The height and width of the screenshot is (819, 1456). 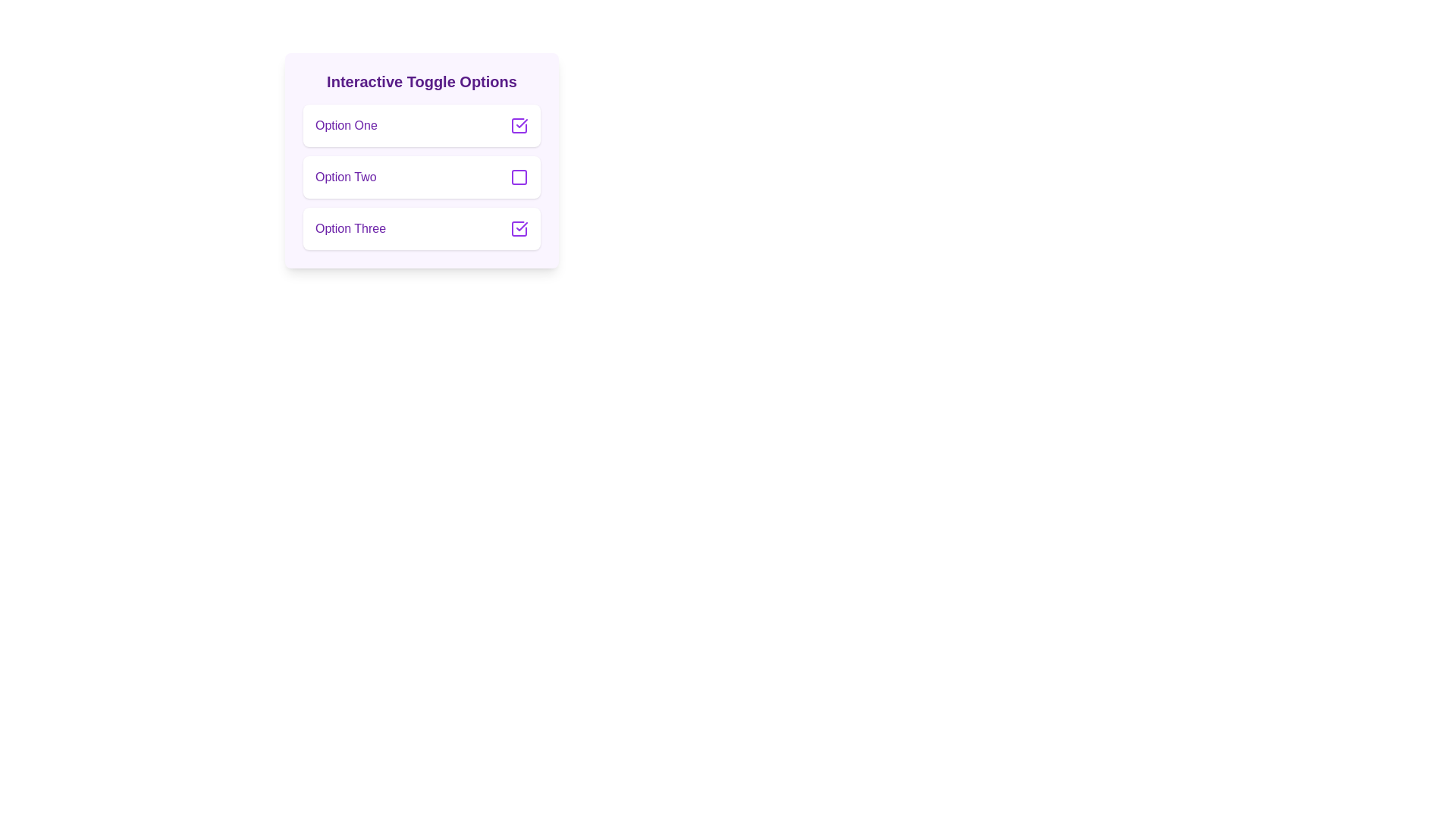 What do you see at coordinates (519, 228) in the screenshot?
I see `the Outline segment of the SVG-based checkbox icon located within the 'Option Three' checkbox` at bounding box center [519, 228].